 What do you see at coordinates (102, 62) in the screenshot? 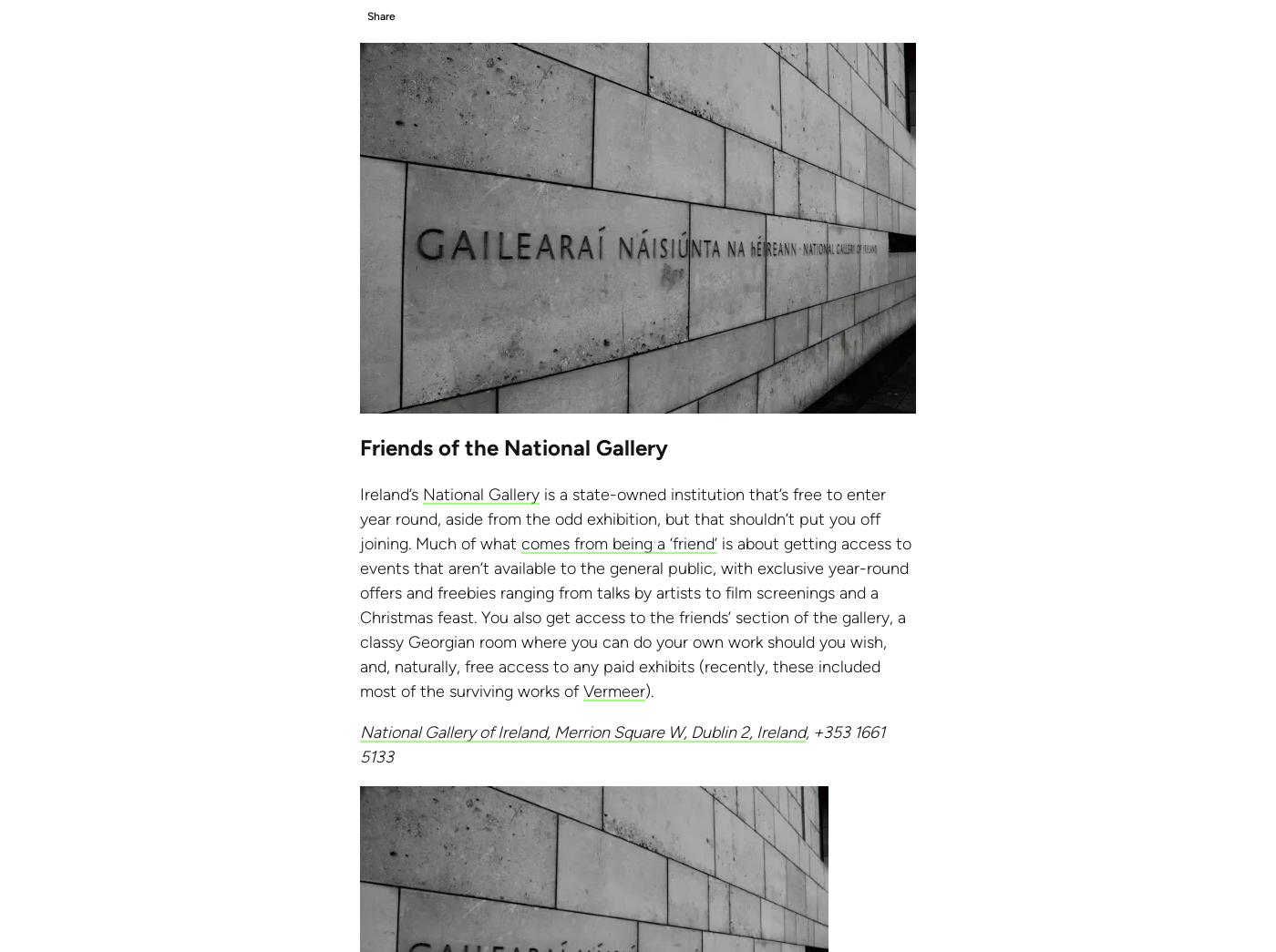
I see `'Vietnam'` at bounding box center [102, 62].